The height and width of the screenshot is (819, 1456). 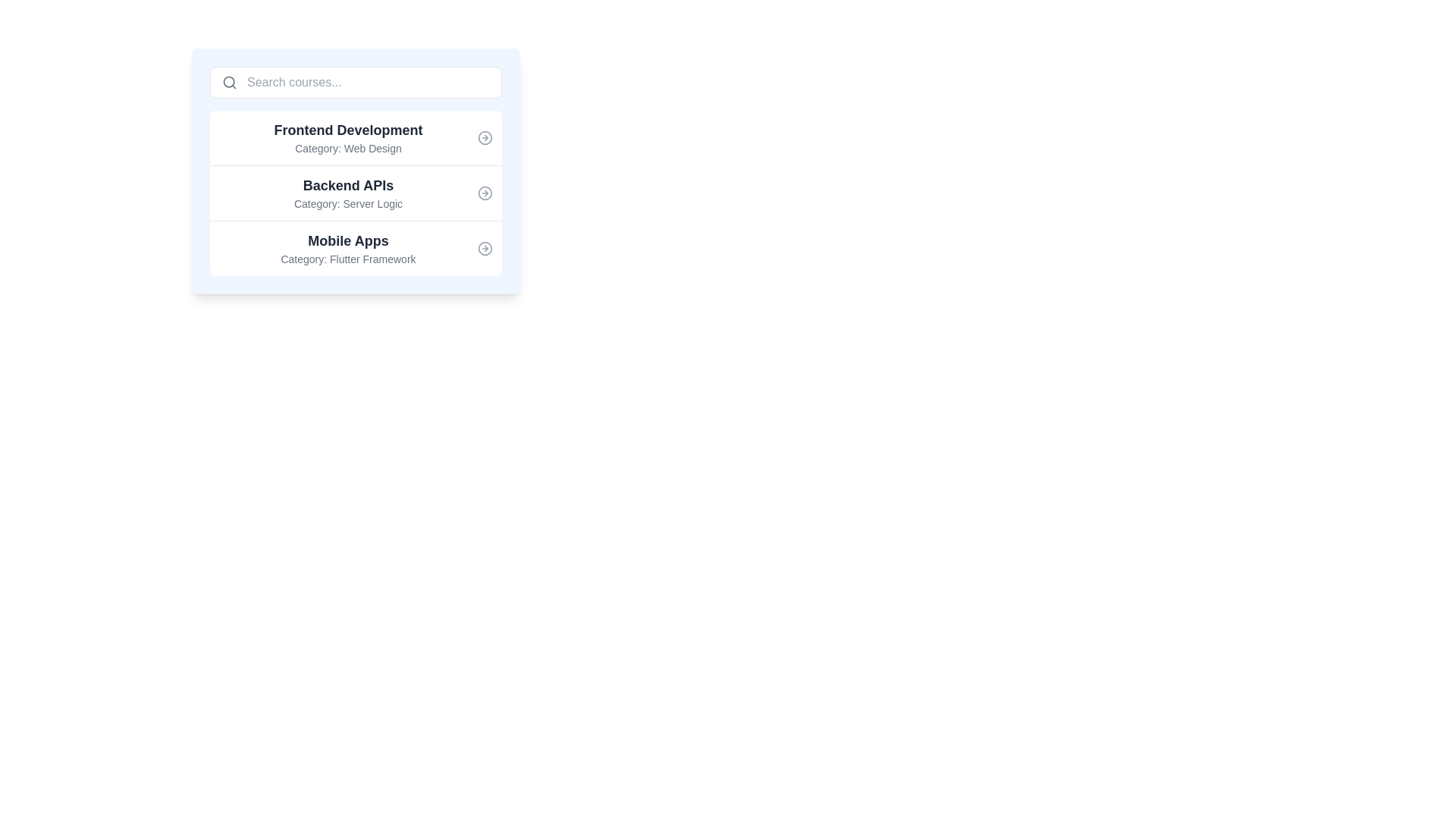 What do you see at coordinates (347, 247) in the screenshot?
I see `on the 'Mobile Apps' selectable list item, which is the third item in a vertical list` at bounding box center [347, 247].